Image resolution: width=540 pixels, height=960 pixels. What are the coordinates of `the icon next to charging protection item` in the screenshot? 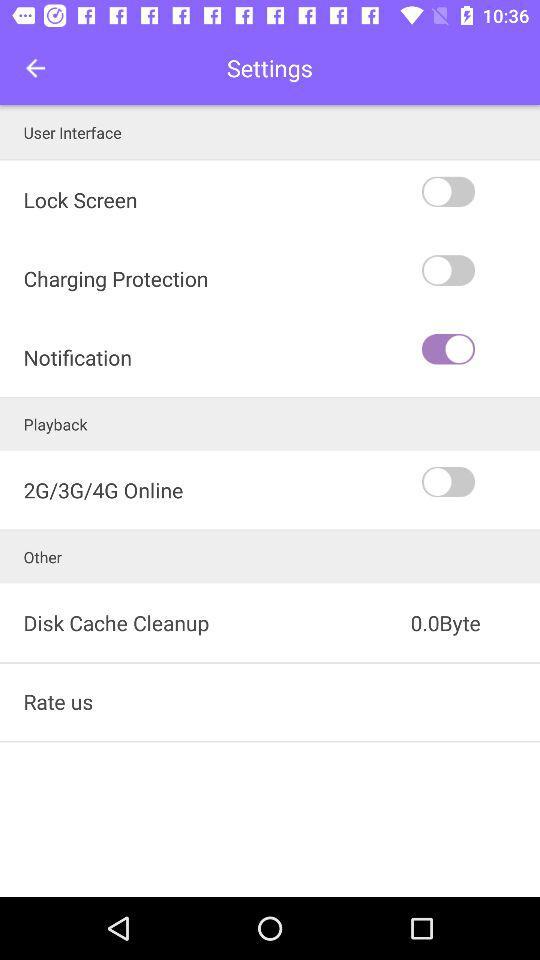 It's located at (478, 349).